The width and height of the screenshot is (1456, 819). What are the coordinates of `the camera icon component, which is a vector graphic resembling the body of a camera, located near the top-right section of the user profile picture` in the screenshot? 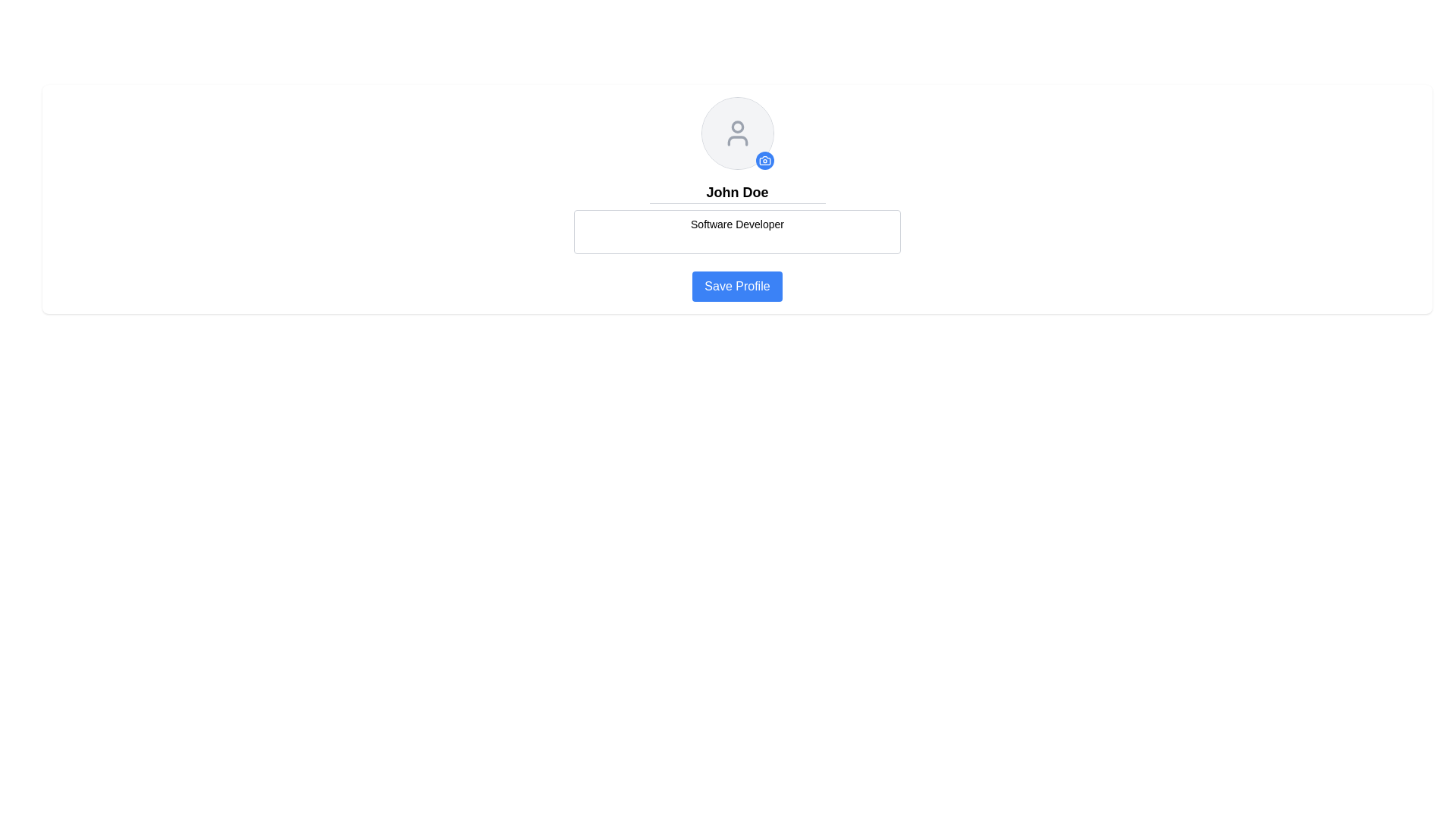 It's located at (764, 161).